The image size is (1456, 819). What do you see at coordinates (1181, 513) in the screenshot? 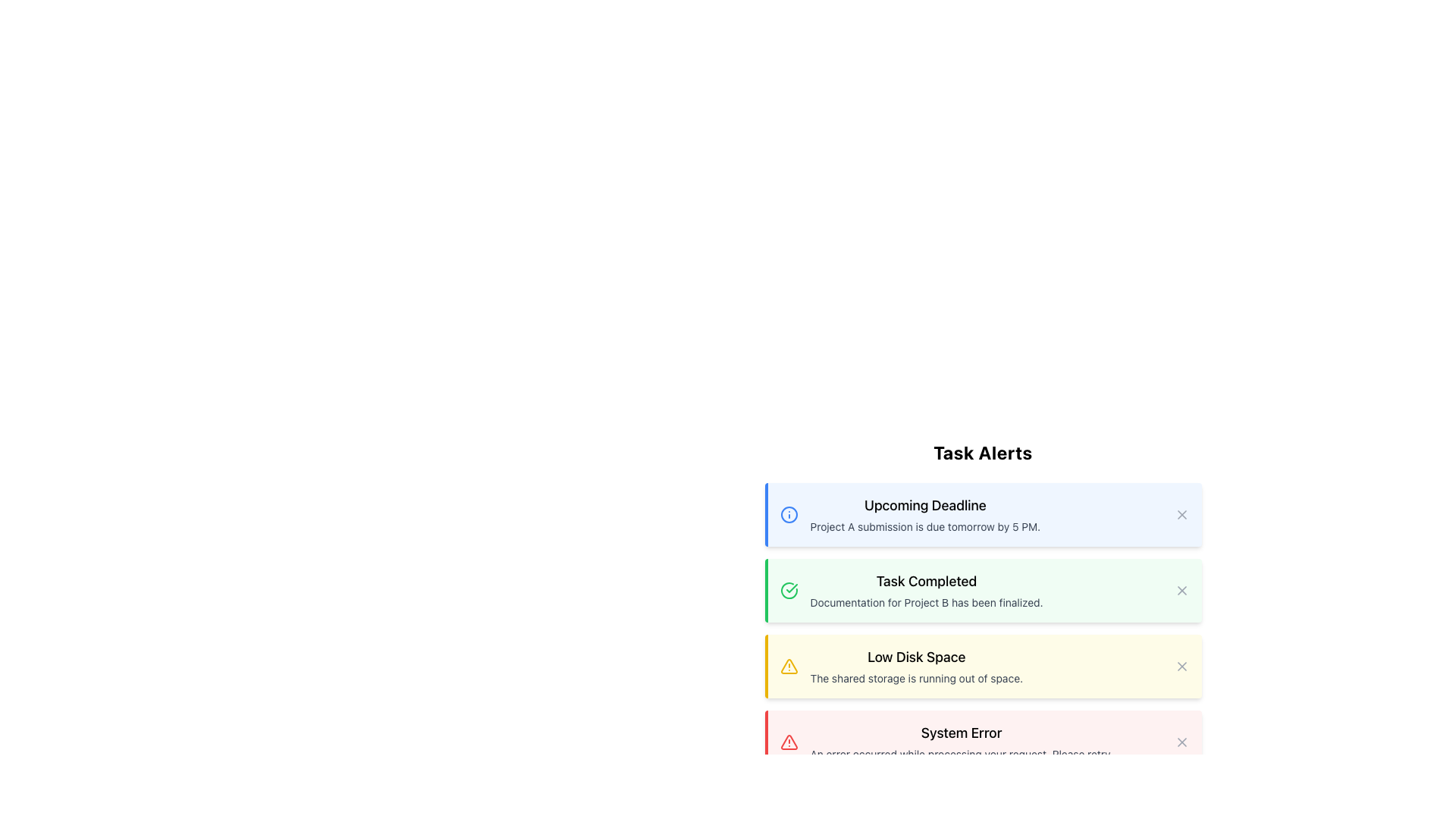
I see `the small grey 'X' button located at the top-right corner of the 'Upcoming Deadline' notification card for visual feedback` at bounding box center [1181, 513].